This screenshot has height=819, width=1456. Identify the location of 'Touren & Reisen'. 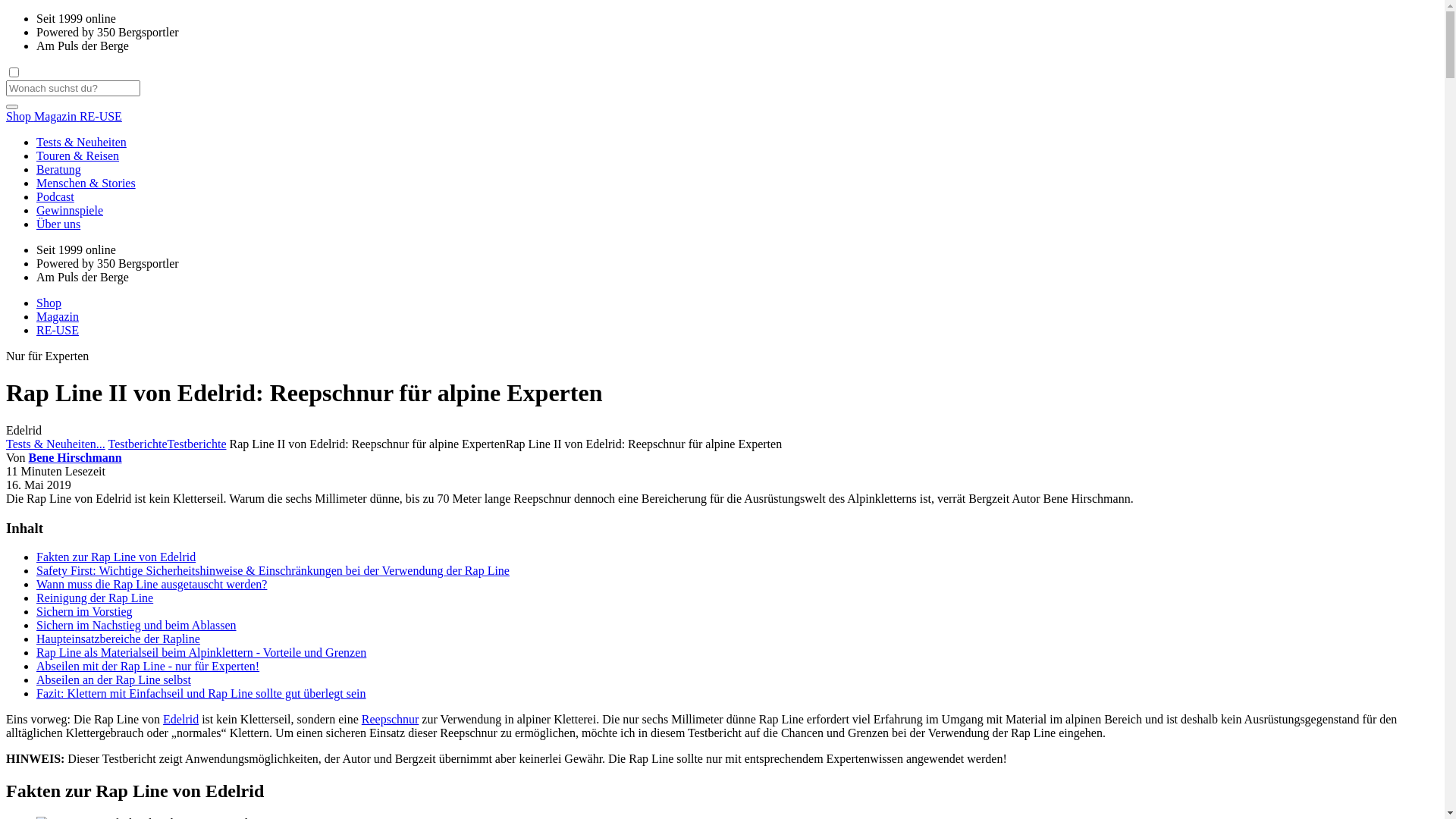
(36, 155).